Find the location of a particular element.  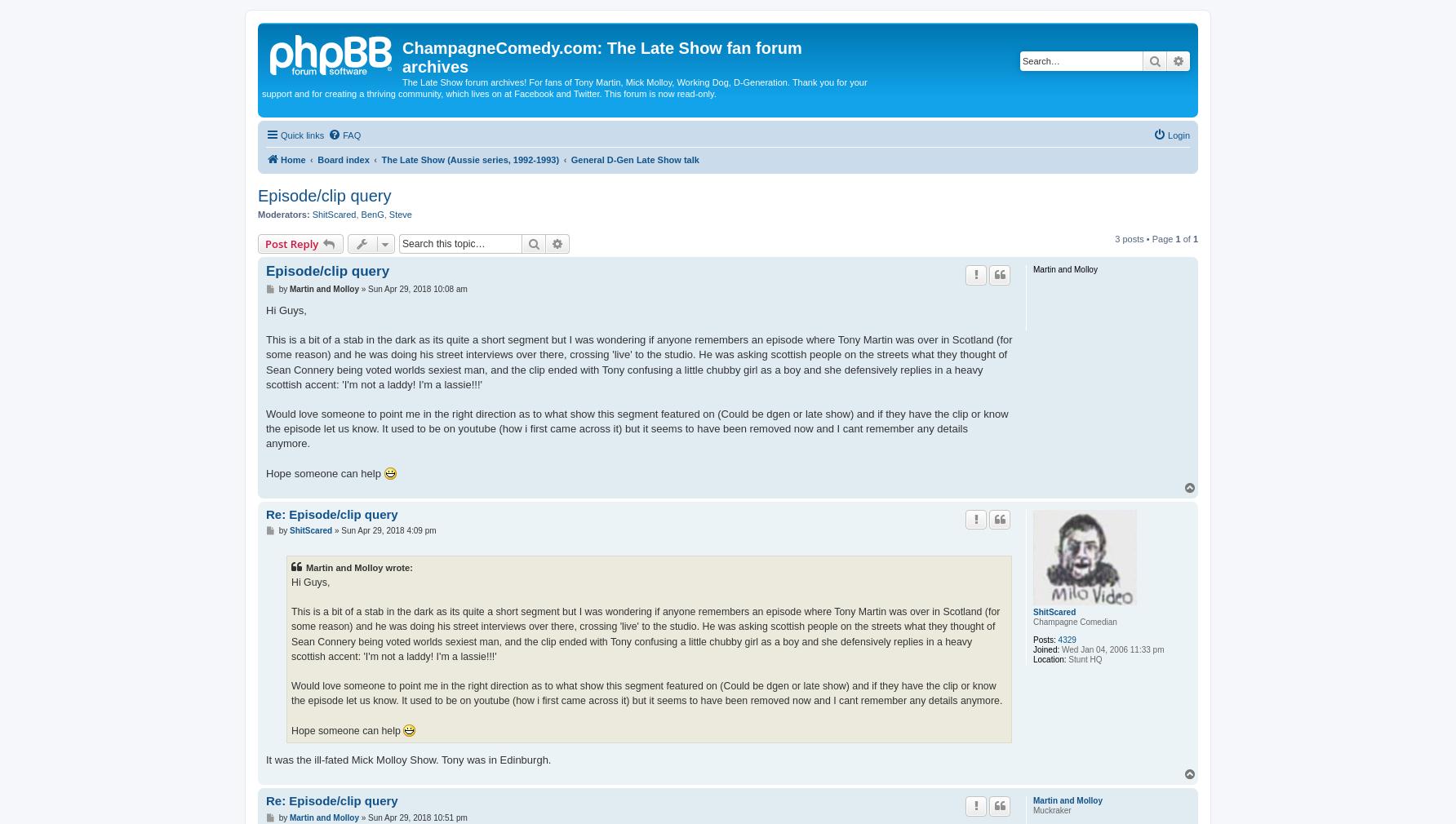

'4329' is located at coordinates (1065, 640).